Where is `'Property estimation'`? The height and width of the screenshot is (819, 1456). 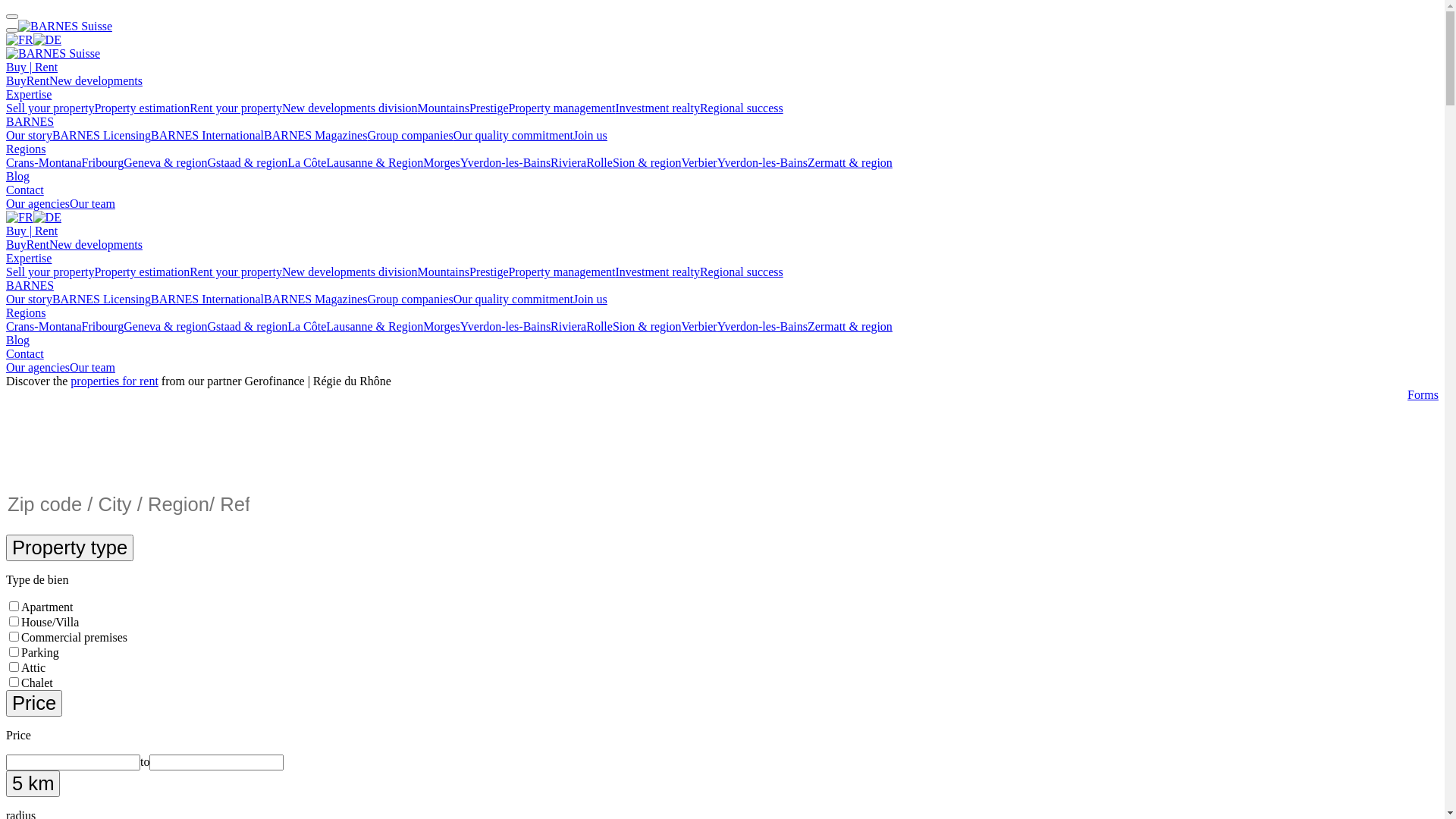
'Property estimation' is located at coordinates (142, 107).